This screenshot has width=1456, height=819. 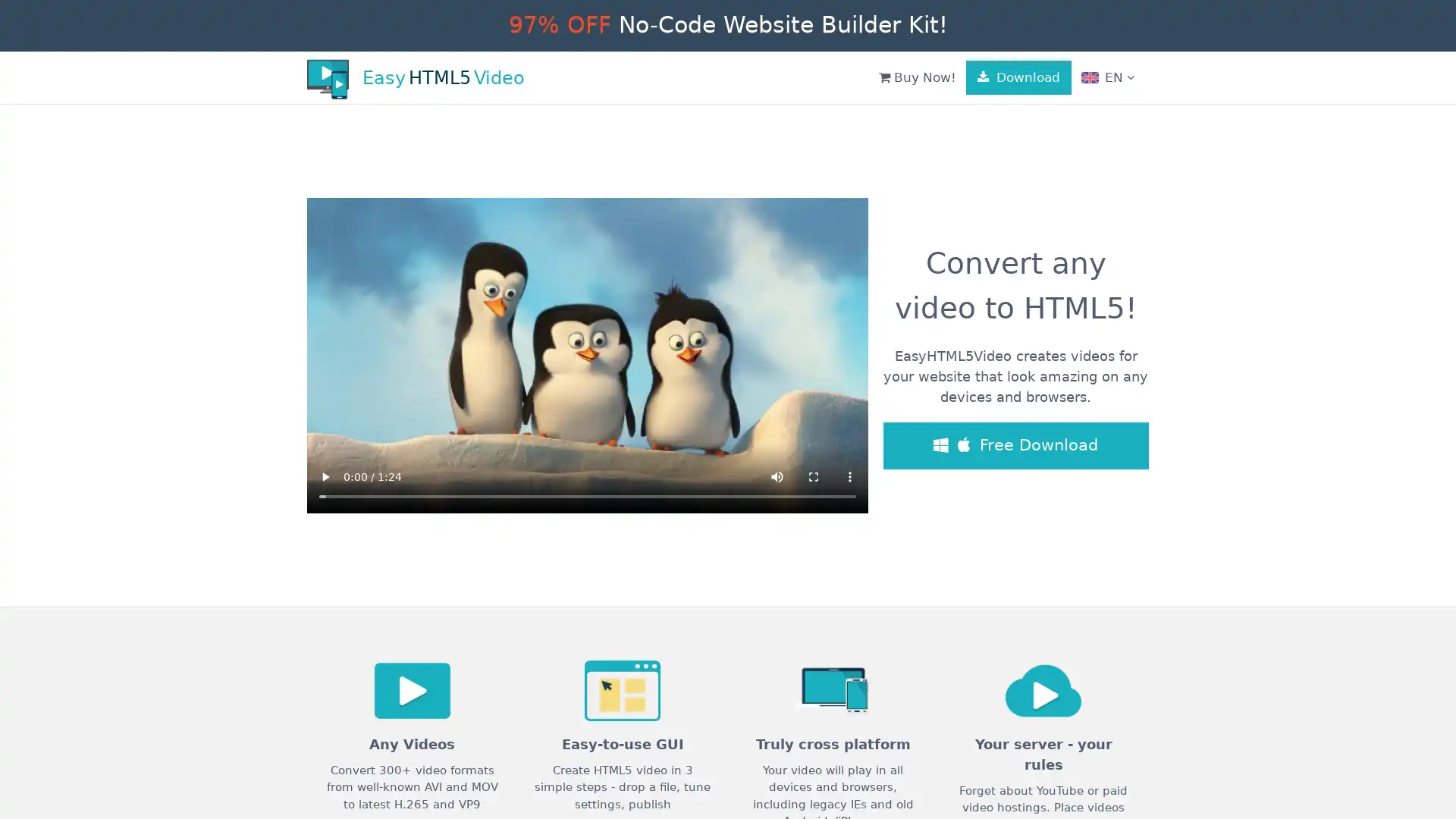 I want to click on play, so click(x=324, y=475).